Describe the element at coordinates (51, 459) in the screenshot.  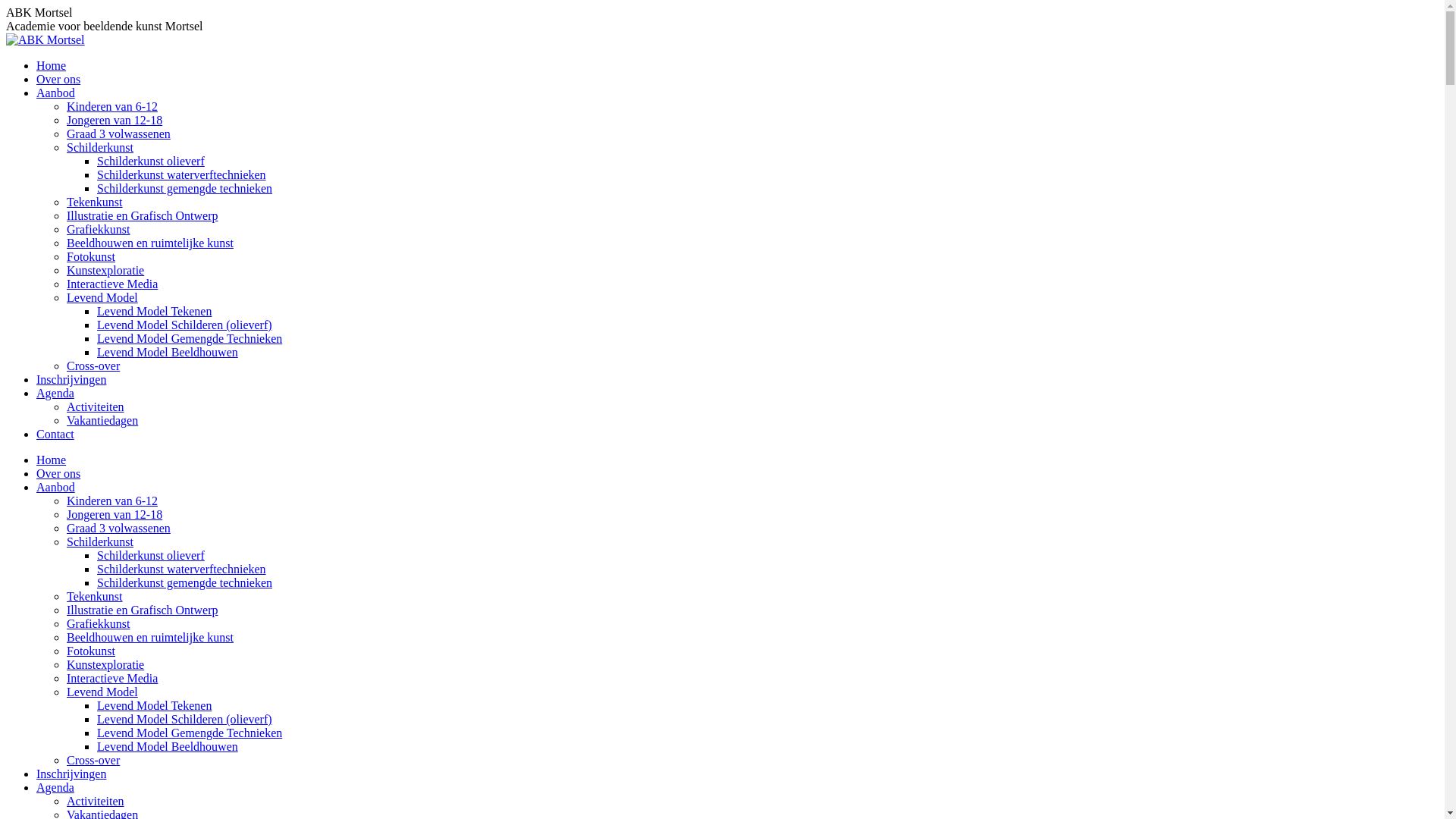
I see `'Home'` at that location.